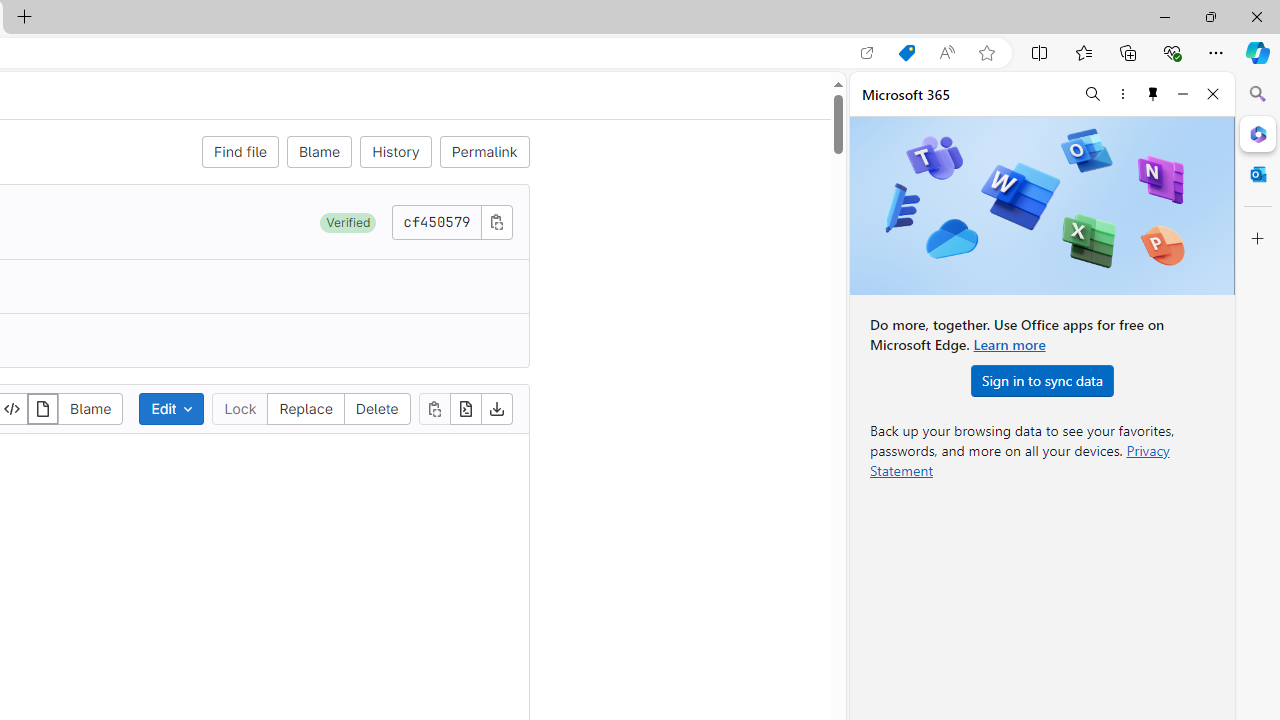 The width and height of the screenshot is (1280, 720). What do you see at coordinates (1009, 343) in the screenshot?
I see `'Learn more about Microsoft Office.'` at bounding box center [1009, 343].